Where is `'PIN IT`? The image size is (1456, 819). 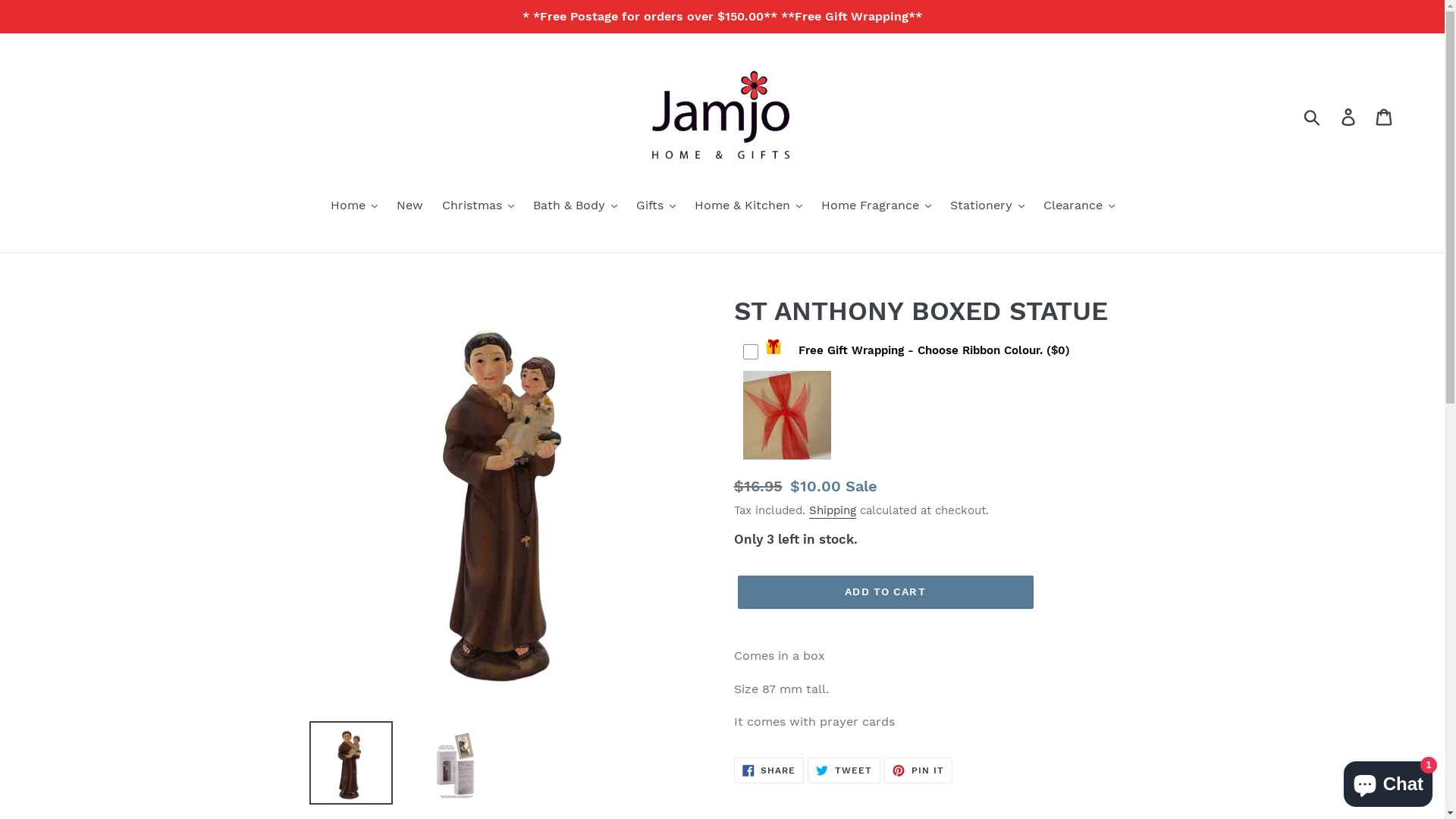
'PIN IT is located at coordinates (917, 770).